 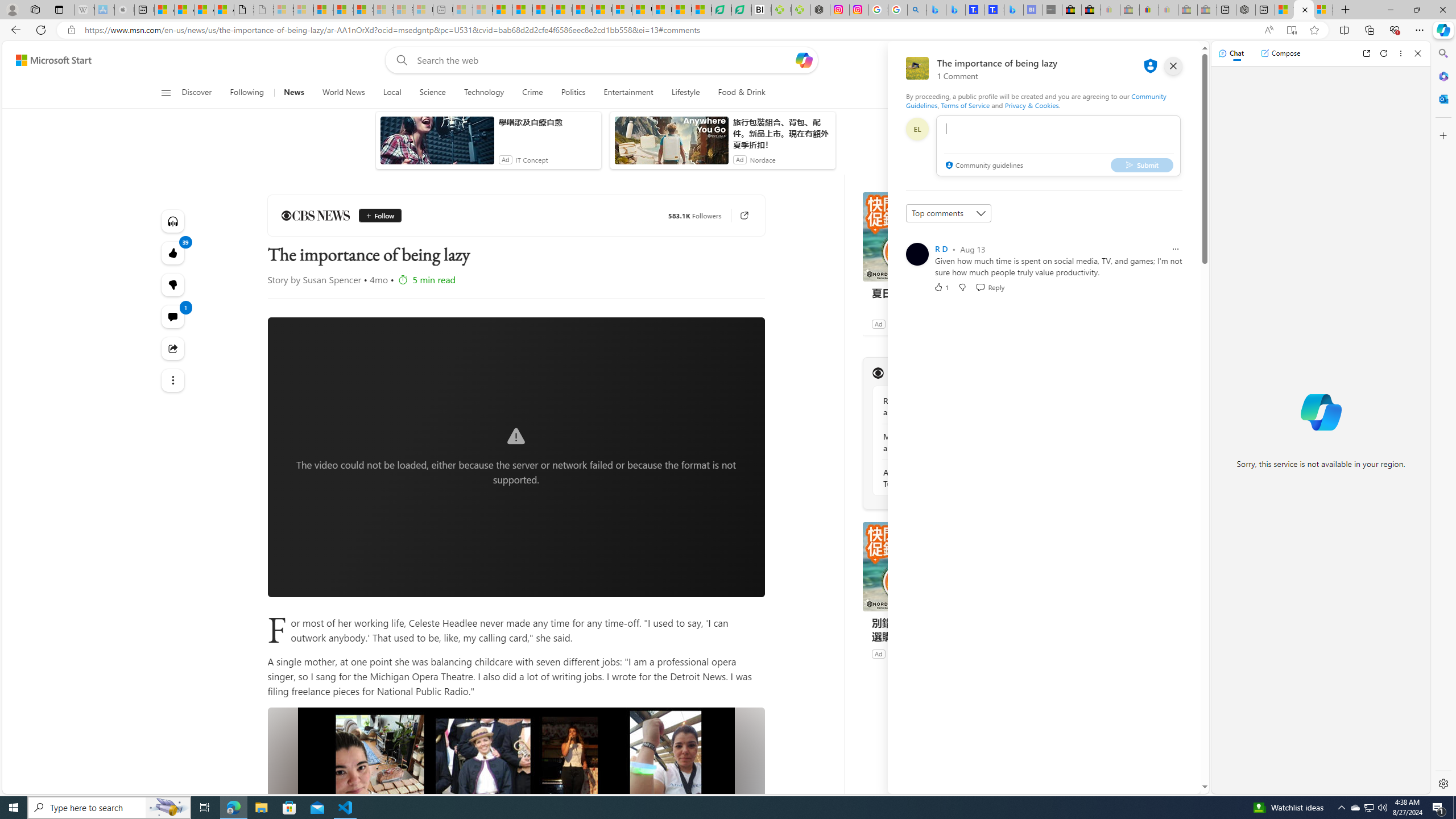 I want to click on 'LendingTree - Compare Lenders', so click(x=742, y=9).